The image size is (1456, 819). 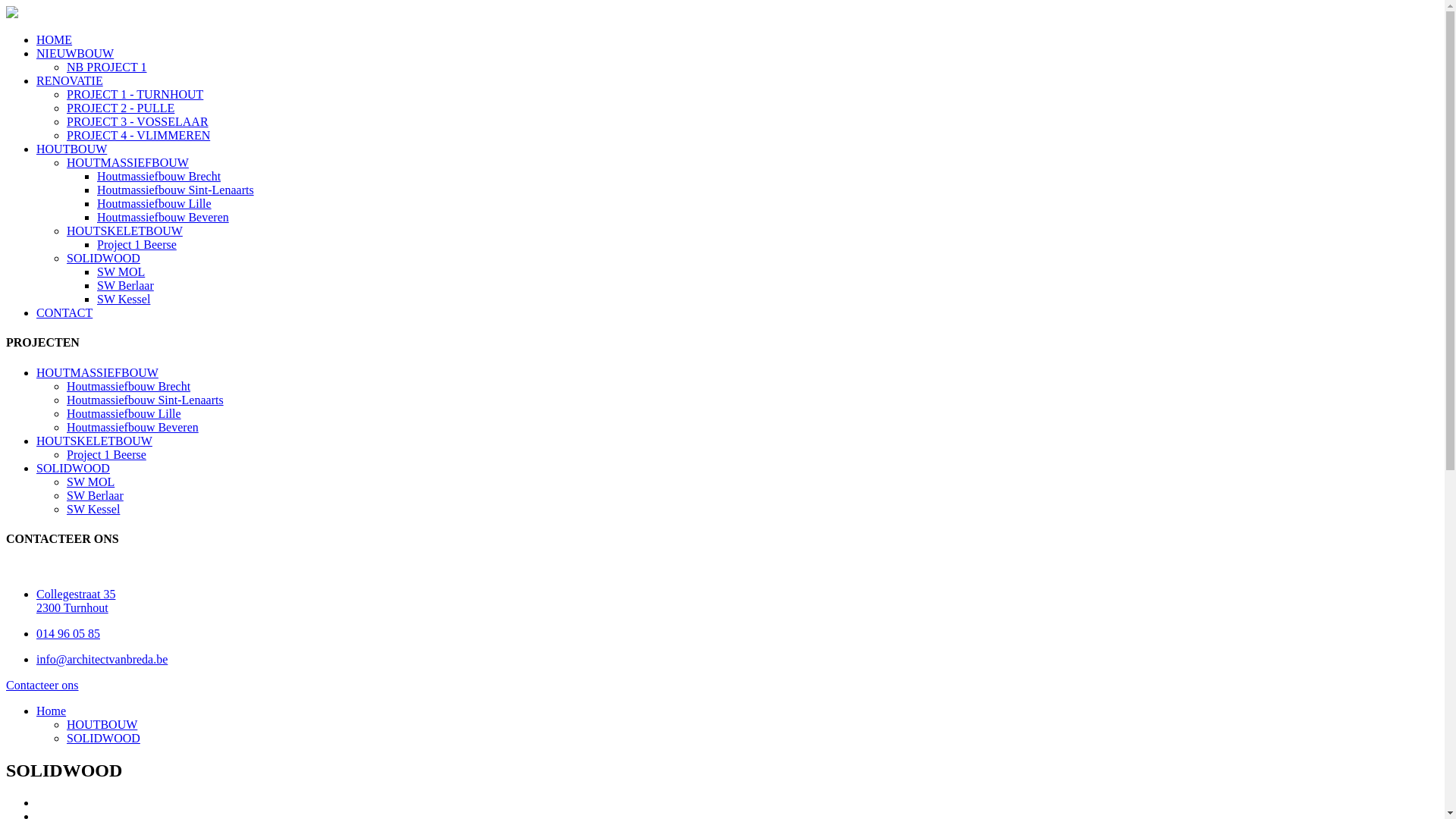 I want to click on 'PROJECT 3 - VOSSELAAR', so click(x=137, y=121).